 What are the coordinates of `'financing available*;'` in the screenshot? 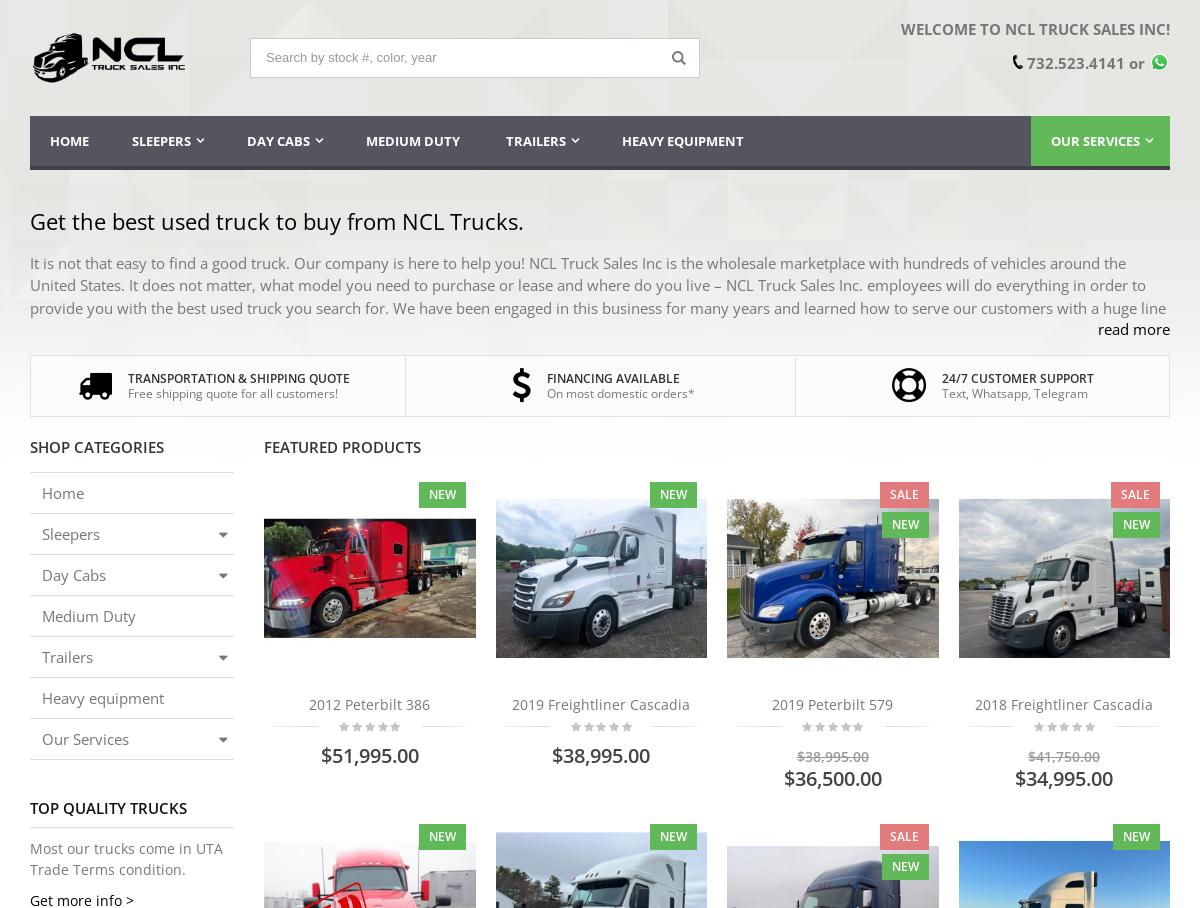 It's located at (51, 706).